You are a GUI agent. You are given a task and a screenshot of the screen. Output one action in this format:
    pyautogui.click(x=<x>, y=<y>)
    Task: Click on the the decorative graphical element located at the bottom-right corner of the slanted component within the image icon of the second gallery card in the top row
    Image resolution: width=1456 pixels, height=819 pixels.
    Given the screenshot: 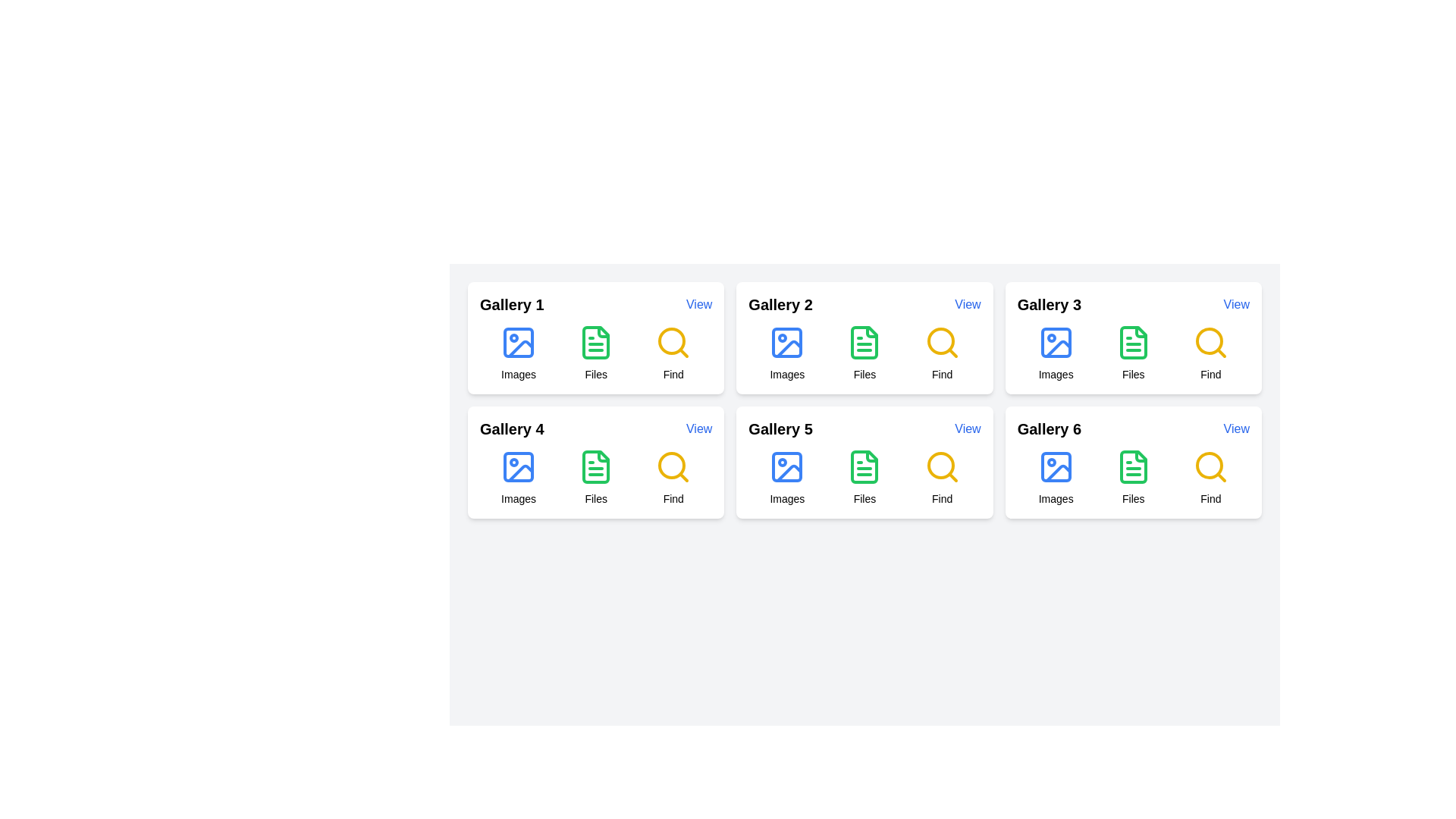 What is the action you would take?
    pyautogui.click(x=789, y=349)
    